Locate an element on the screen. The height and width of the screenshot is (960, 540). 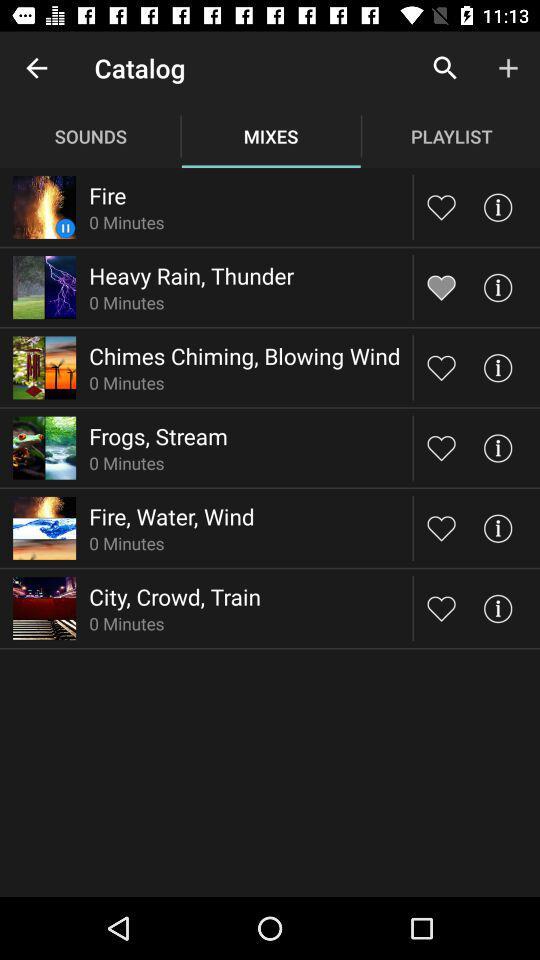
icon above sounds icon is located at coordinates (36, 68).